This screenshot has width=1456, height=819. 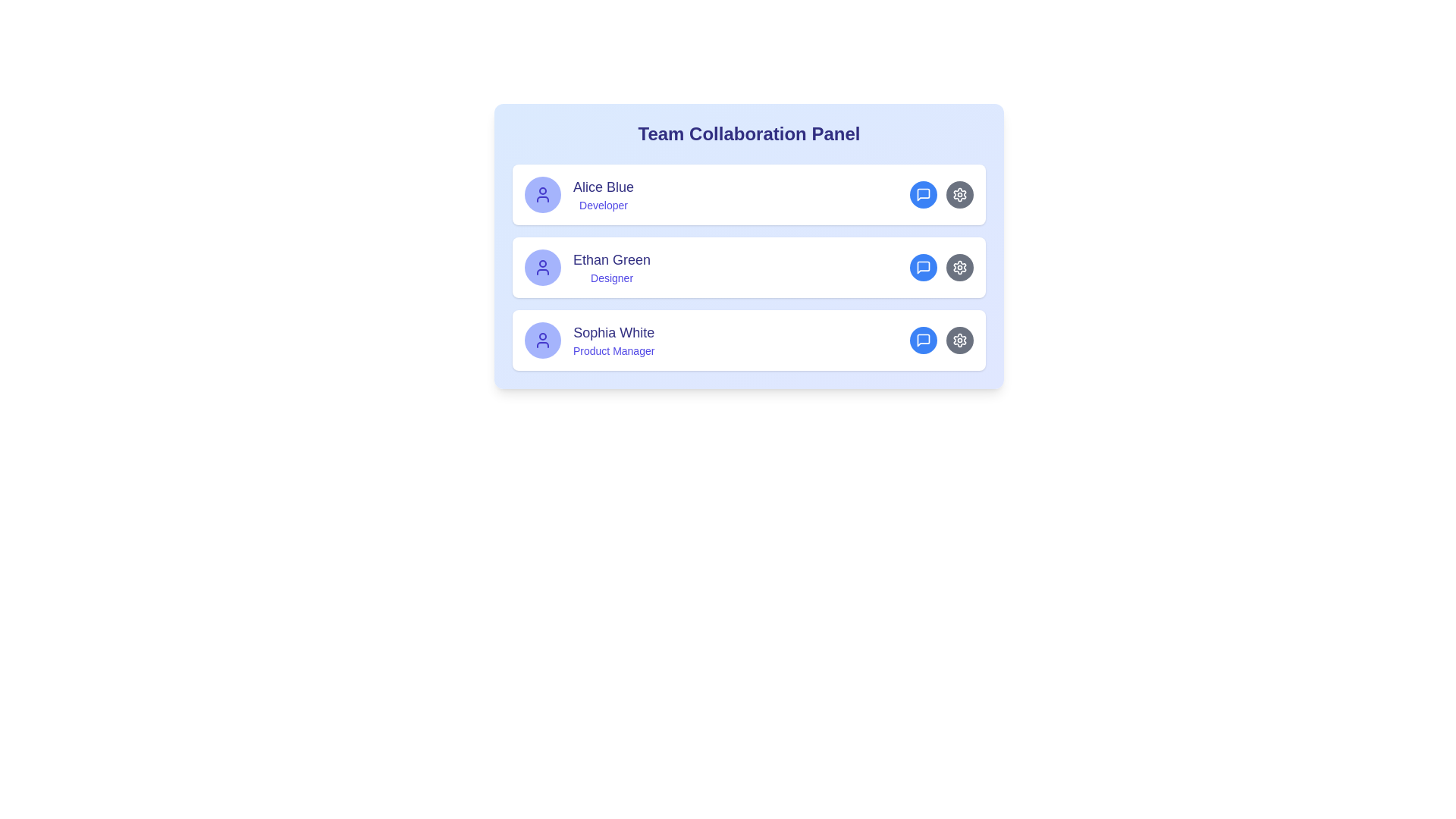 What do you see at coordinates (959, 194) in the screenshot?
I see `the circular settings button with a gear icon, which is the second button in the horizontal row located in the topmost section of the team collaboration panel, to observe its hover effect` at bounding box center [959, 194].